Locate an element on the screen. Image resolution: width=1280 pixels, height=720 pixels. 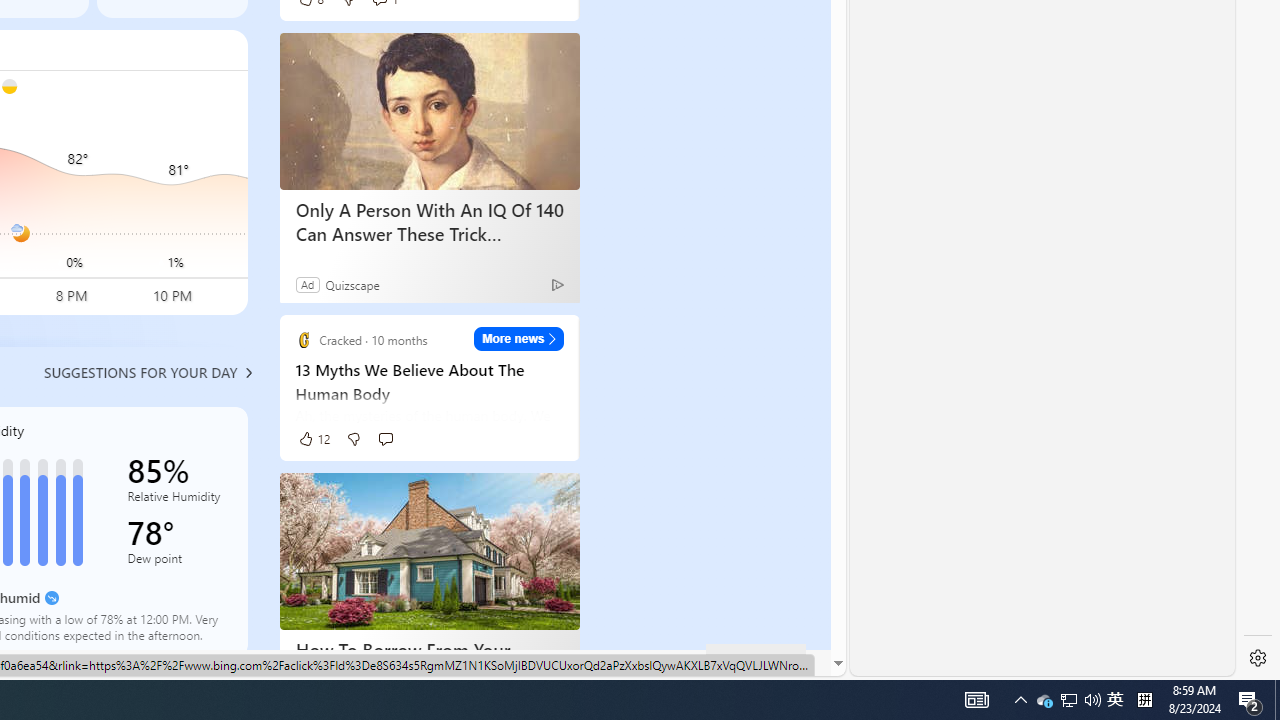
'Dew point' is located at coordinates (177, 562).